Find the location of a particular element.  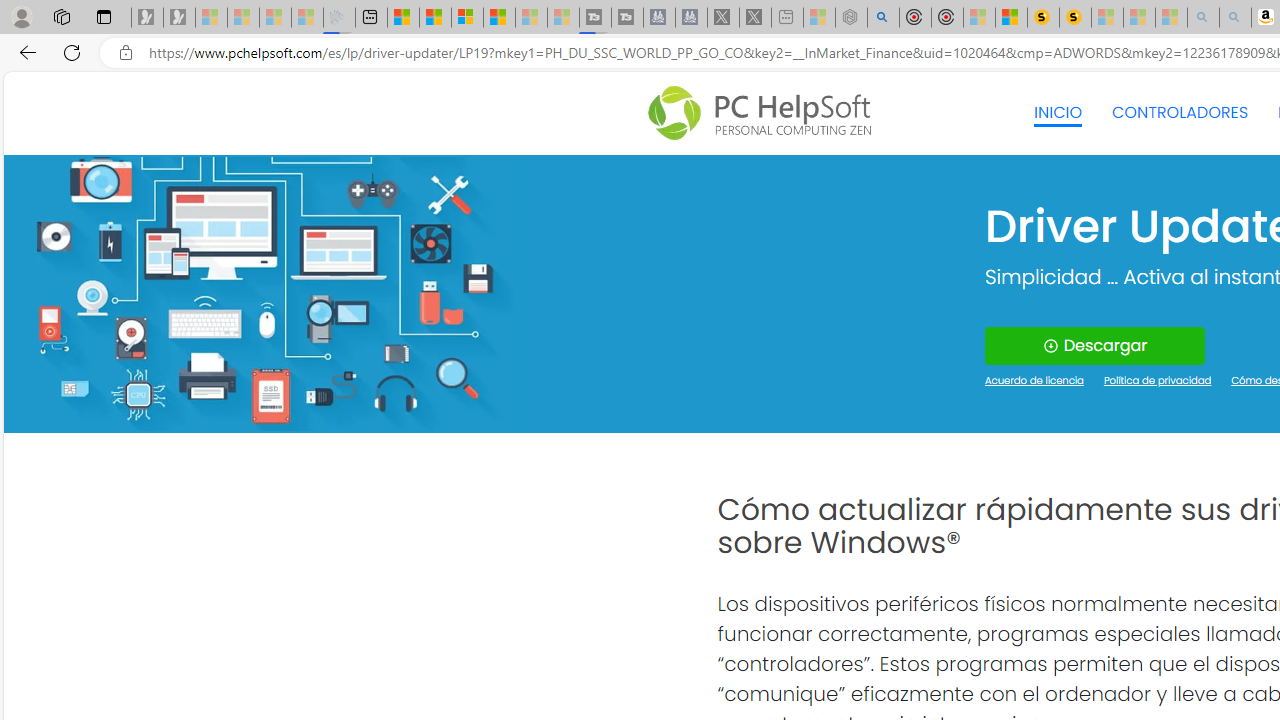

'Download Icon' is located at coordinates (1049, 345).